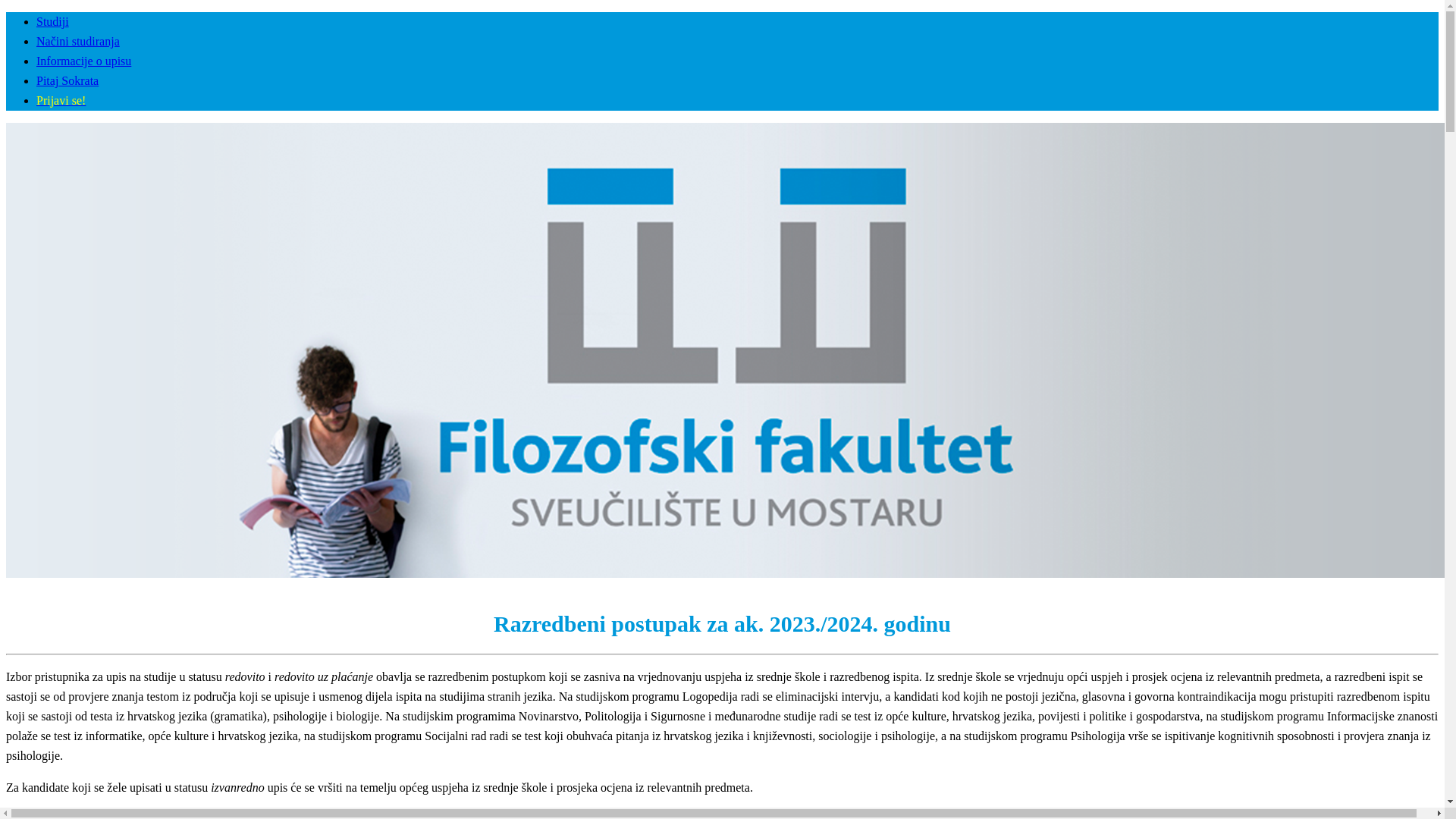  What do you see at coordinates (67, 80) in the screenshot?
I see `'Pitaj Sokrata'` at bounding box center [67, 80].